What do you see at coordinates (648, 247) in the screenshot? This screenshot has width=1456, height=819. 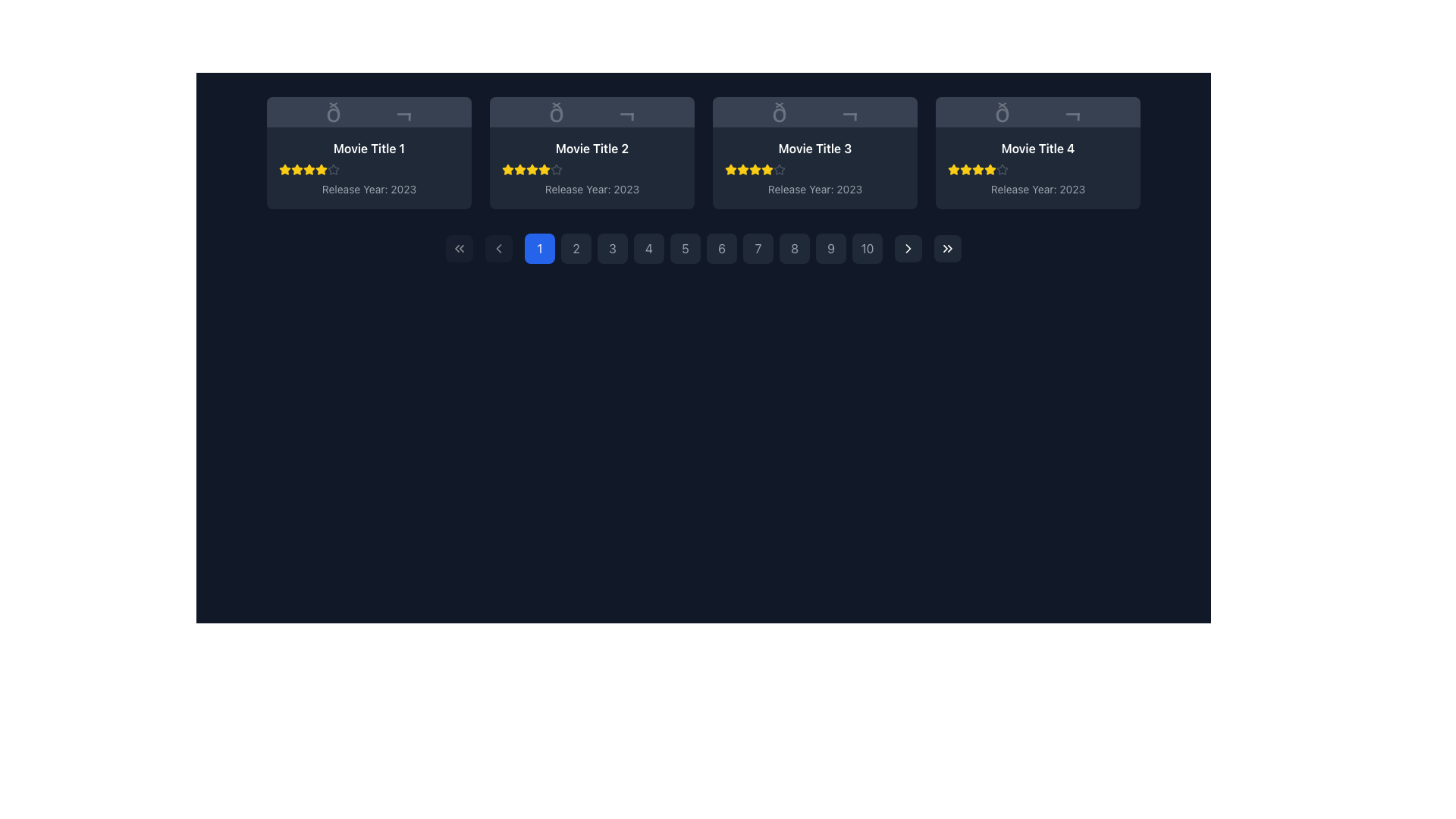 I see `the fourth pagination button for navigating to page 4, located in a sequence of ten buttons, to provide visual feedback` at bounding box center [648, 247].